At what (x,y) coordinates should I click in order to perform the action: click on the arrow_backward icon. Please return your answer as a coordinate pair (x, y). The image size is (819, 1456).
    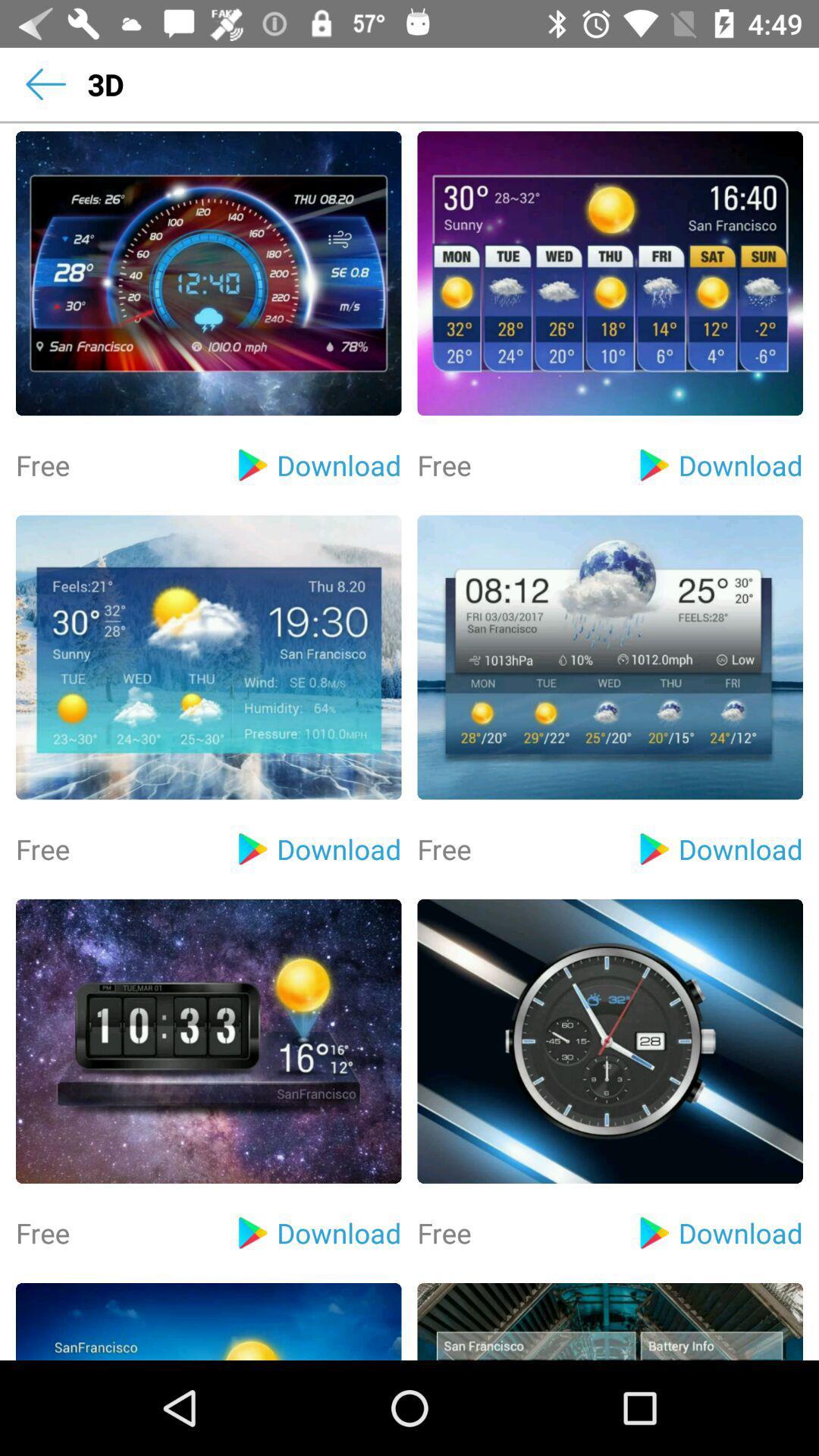
    Looking at the image, I should click on (45, 83).